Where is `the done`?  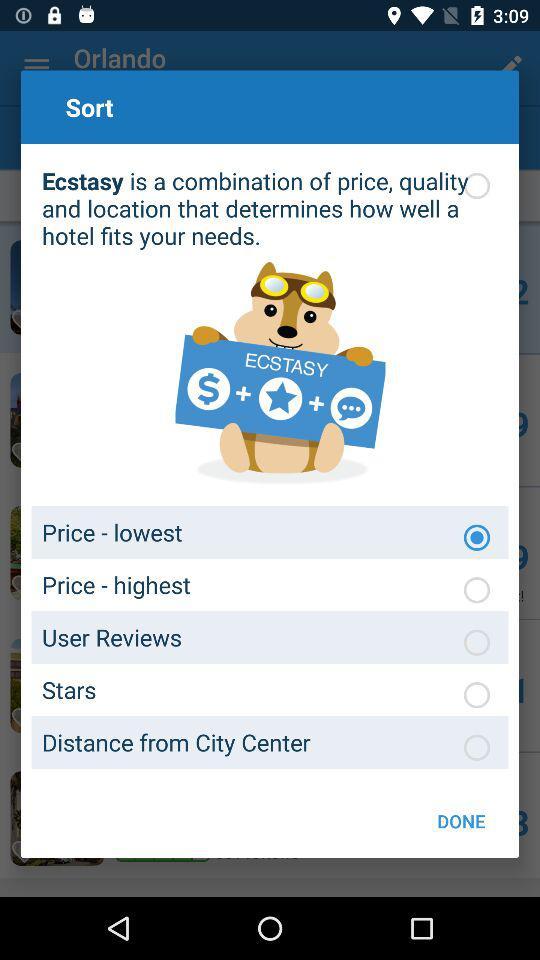
the done is located at coordinates (461, 821).